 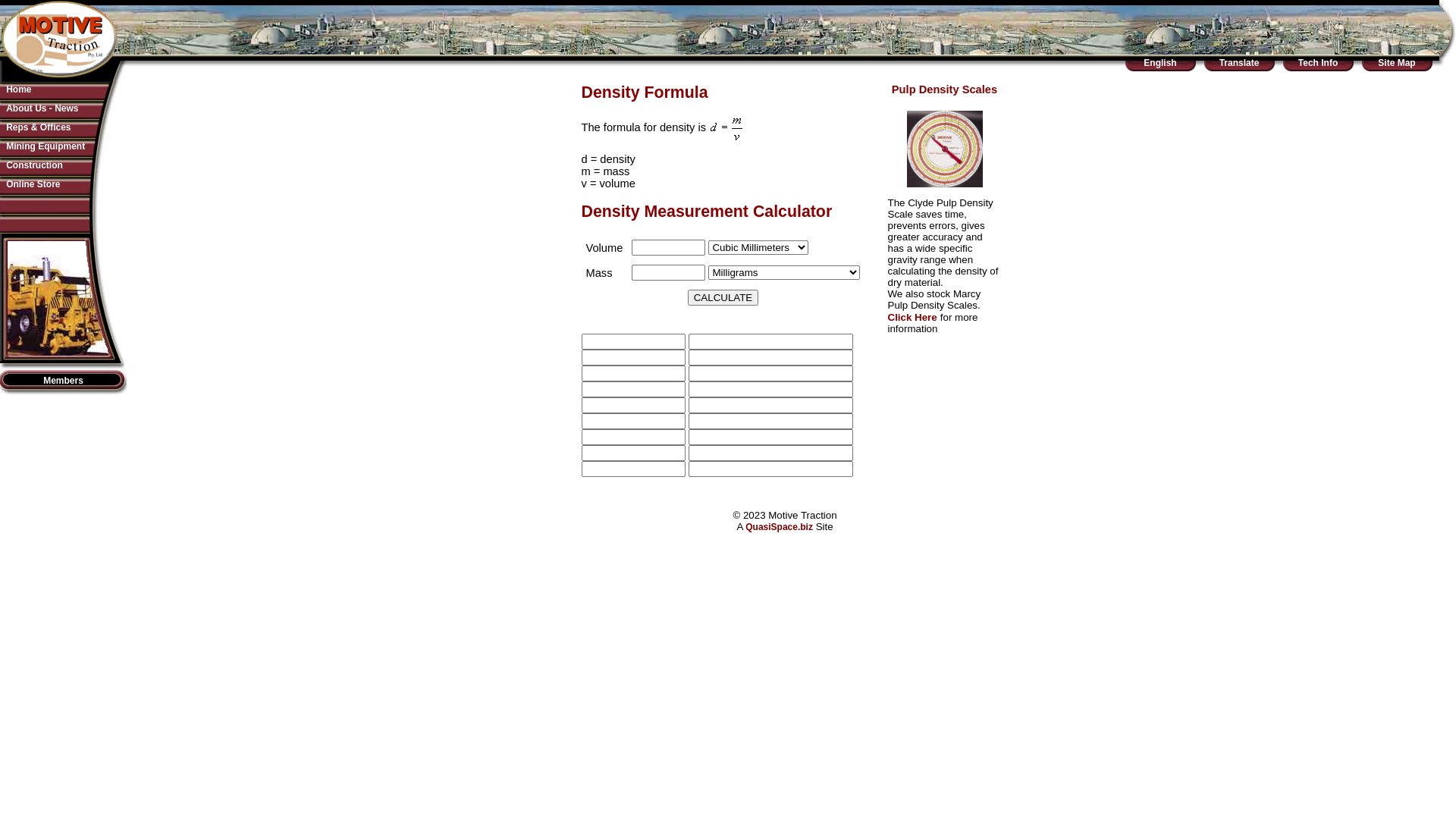 What do you see at coordinates (1298, 62) in the screenshot?
I see `'Tech Info'` at bounding box center [1298, 62].